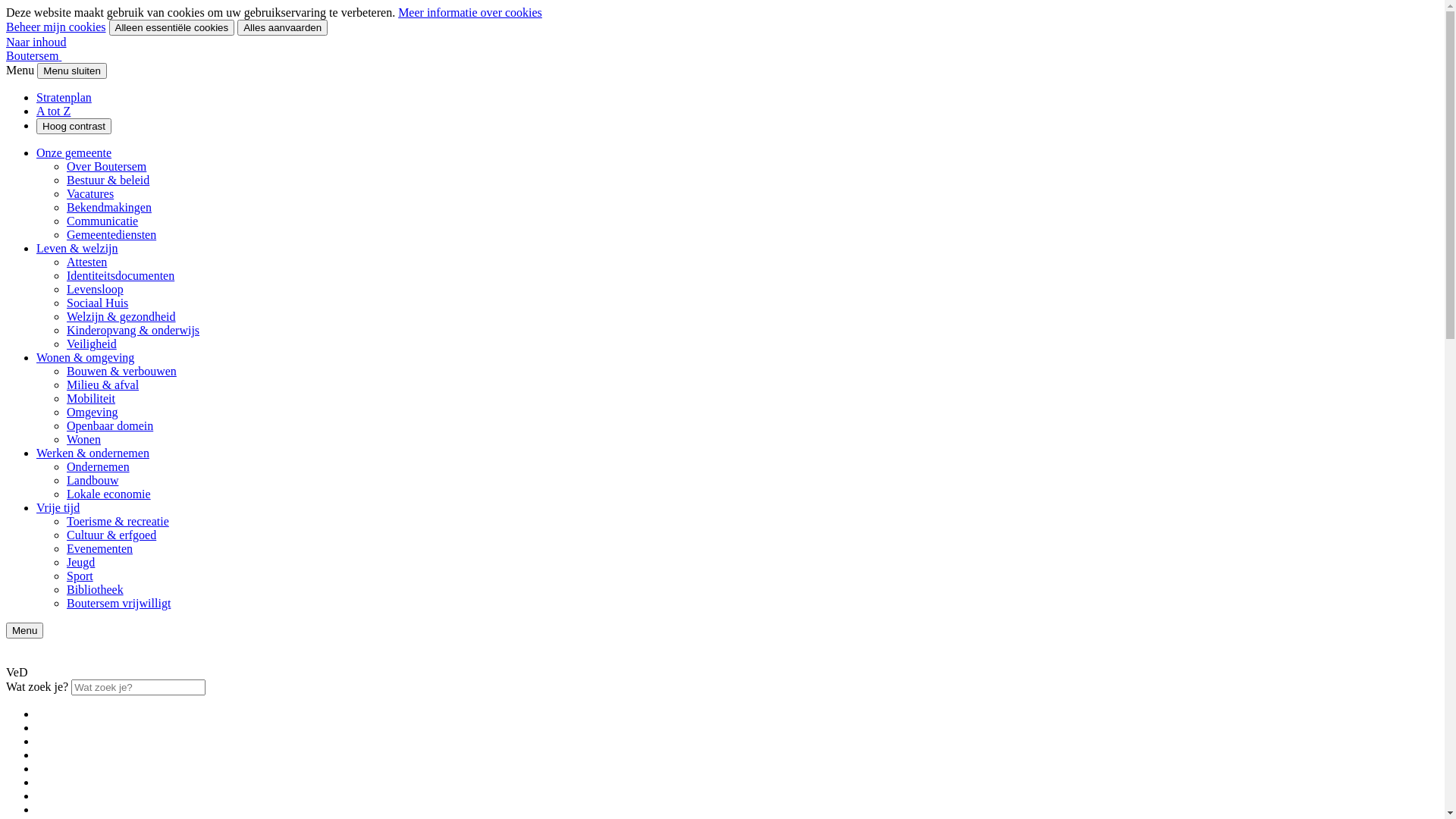 The image size is (1456, 819). I want to click on 'Hoog contrast', so click(36, 125).